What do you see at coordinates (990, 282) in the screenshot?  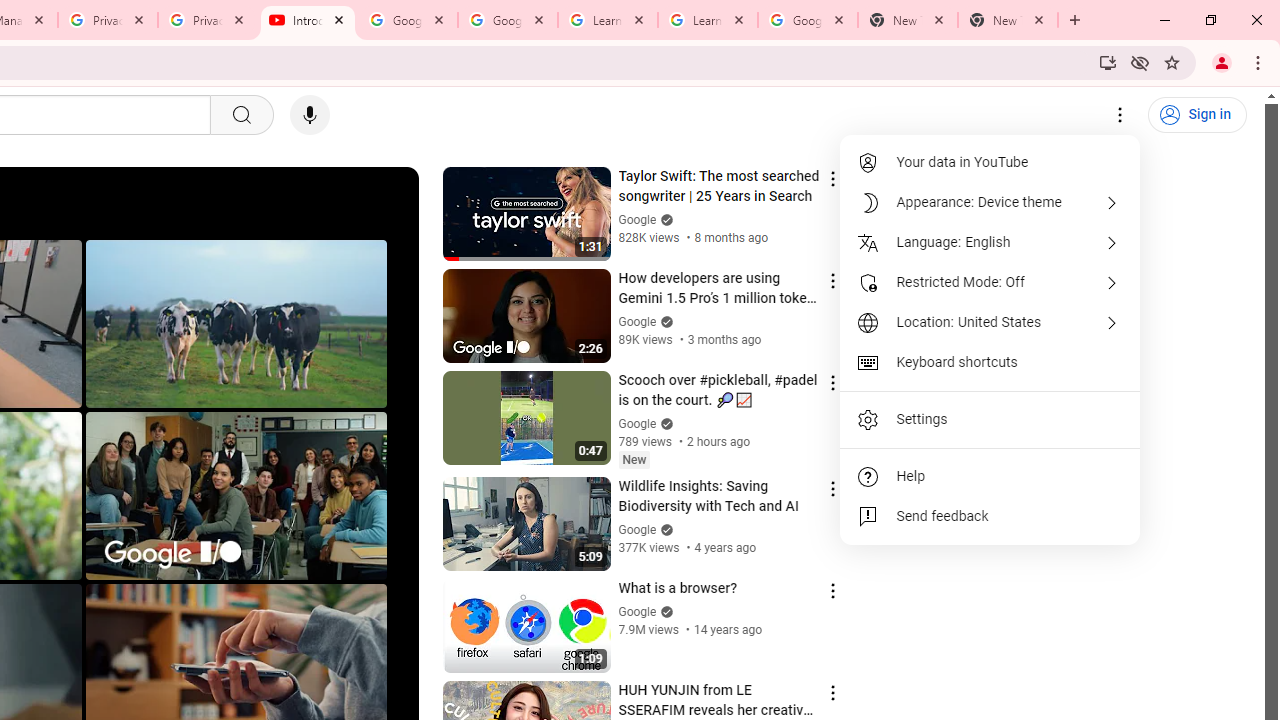 I see `'Restricted Mode: Off'` at bounding box center [990, 282].